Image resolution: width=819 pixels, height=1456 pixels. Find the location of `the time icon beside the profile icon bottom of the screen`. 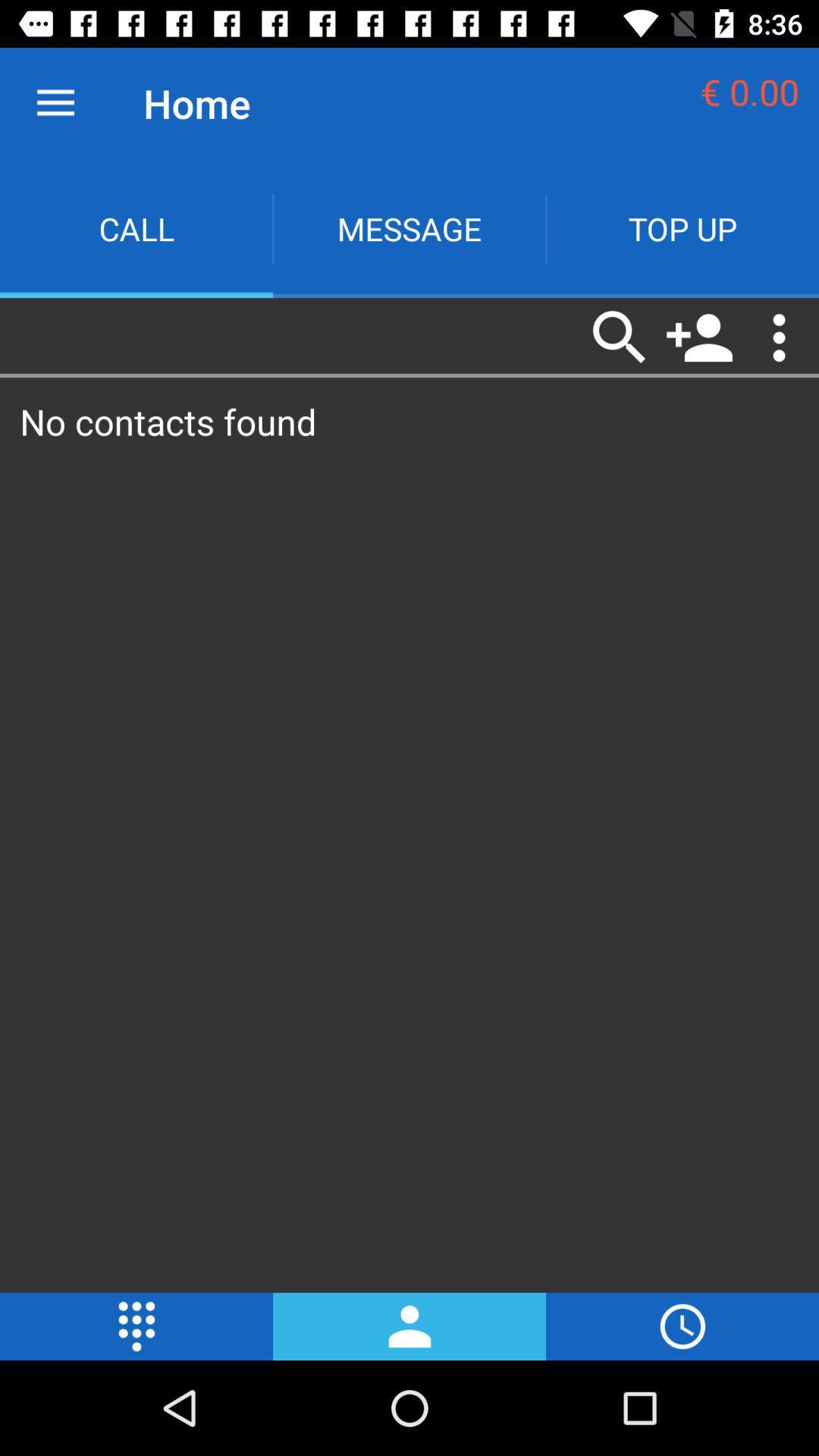

the time icon beside the profile icon bottom of the screen is located at coordinates (681, 1326).